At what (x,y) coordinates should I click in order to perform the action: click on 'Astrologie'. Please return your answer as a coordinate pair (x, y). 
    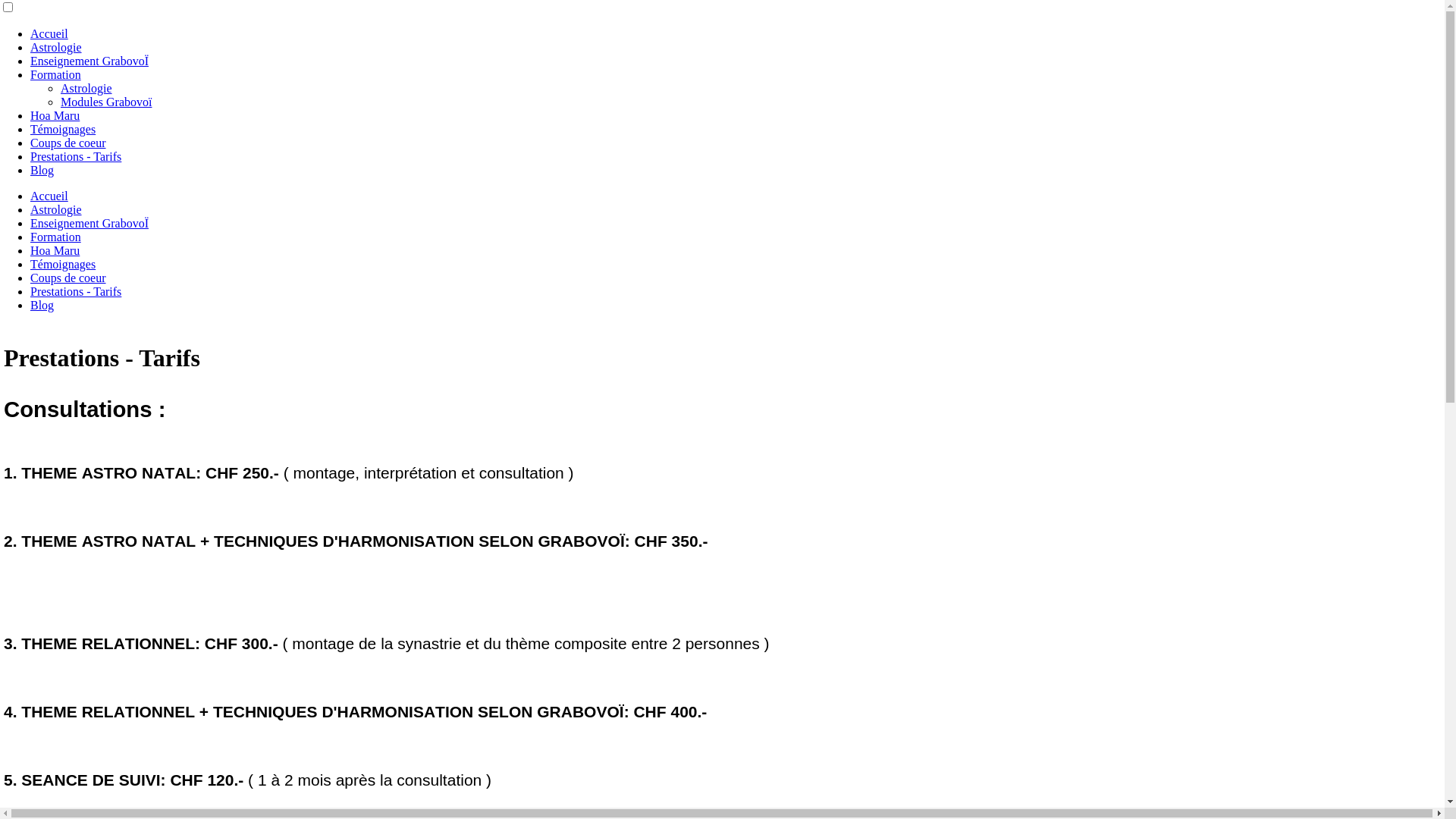
    Looking at the image, I should click on (86, 88).